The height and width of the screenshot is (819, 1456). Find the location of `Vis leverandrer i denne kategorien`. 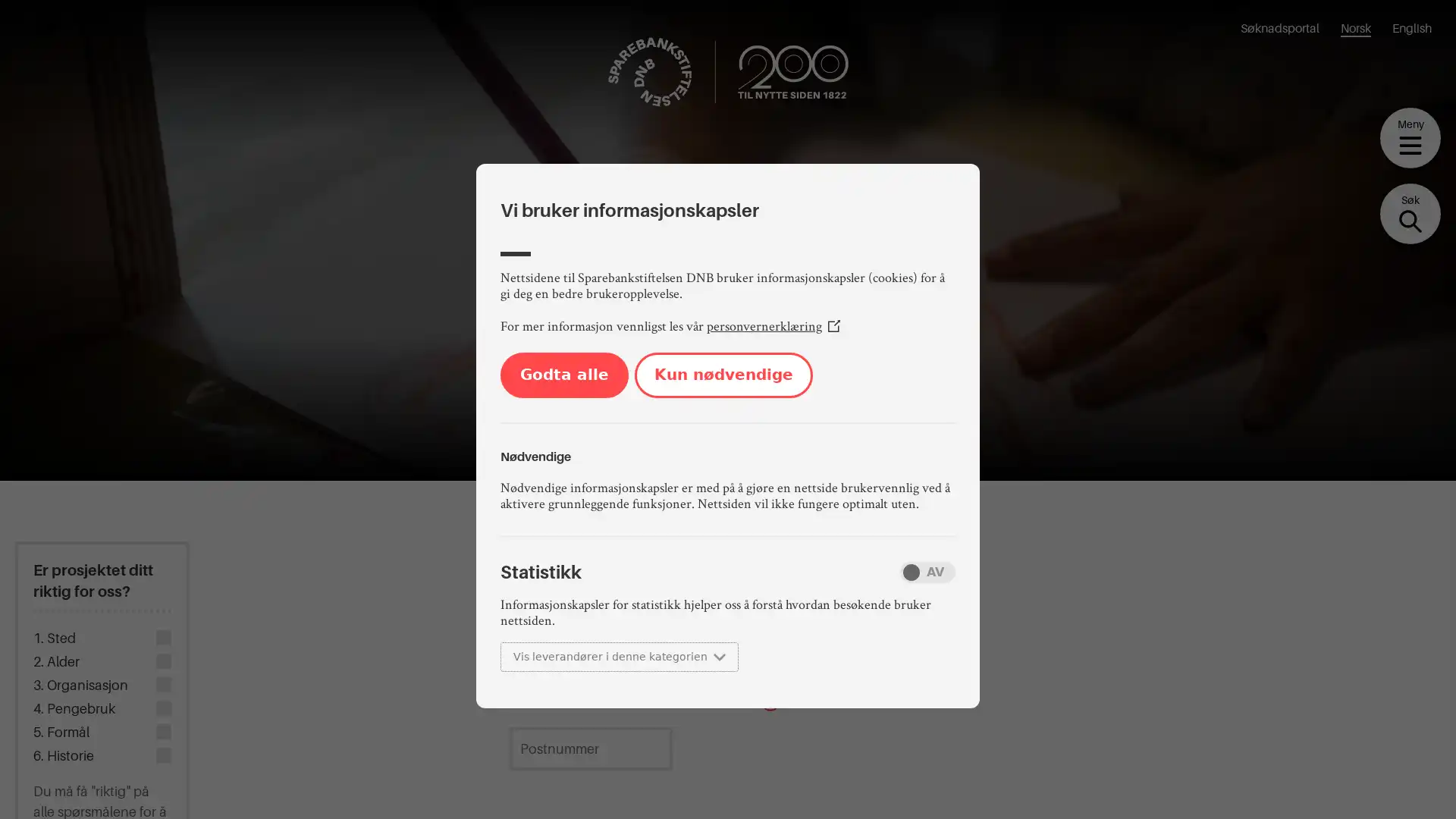

Vis leverandrer i denne kategorien is located at coordinates (619, 656).